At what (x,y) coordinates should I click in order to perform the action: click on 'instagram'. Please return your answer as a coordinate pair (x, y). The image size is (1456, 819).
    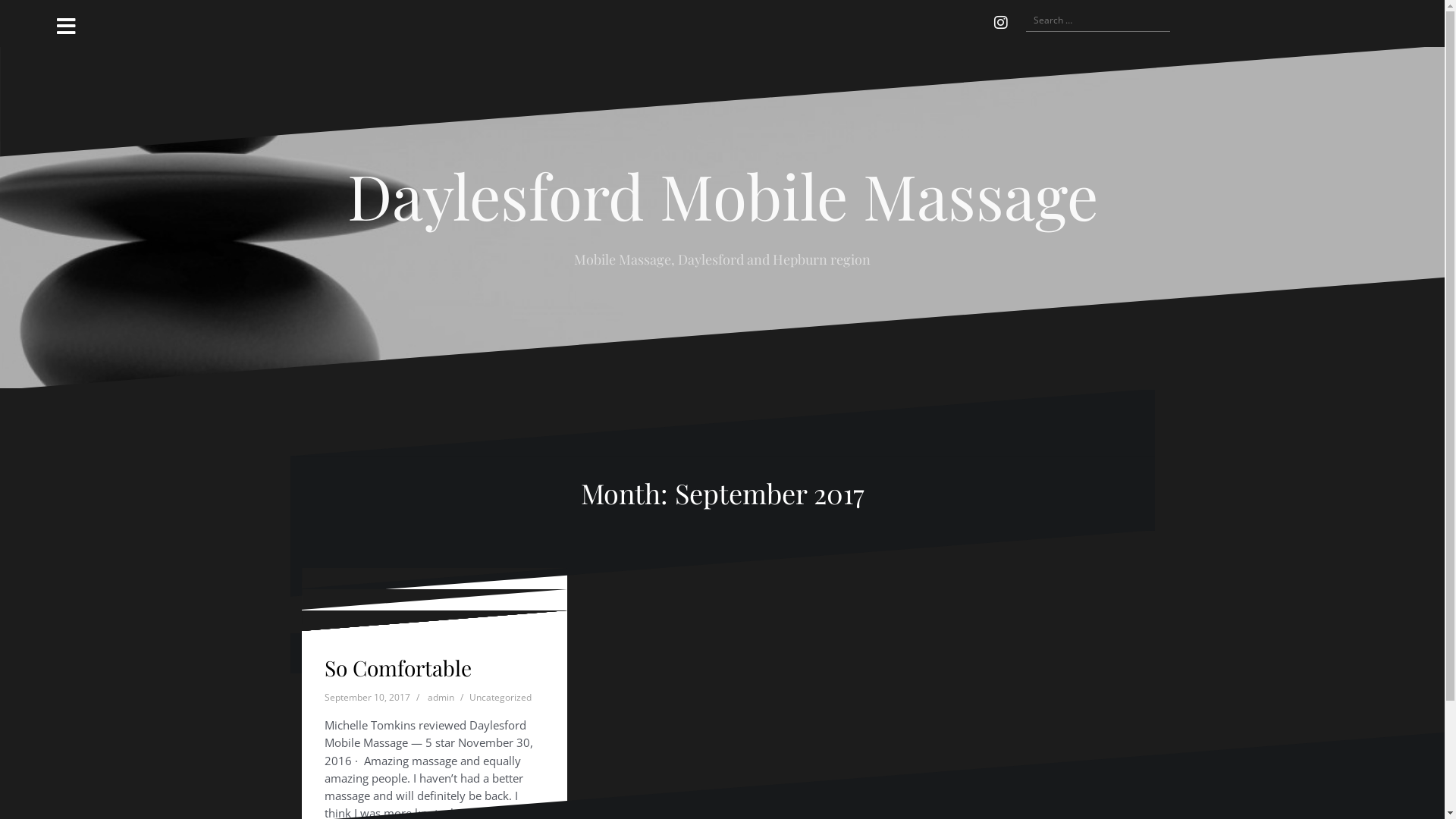
    Looking at the image, I should click on (986, 23).